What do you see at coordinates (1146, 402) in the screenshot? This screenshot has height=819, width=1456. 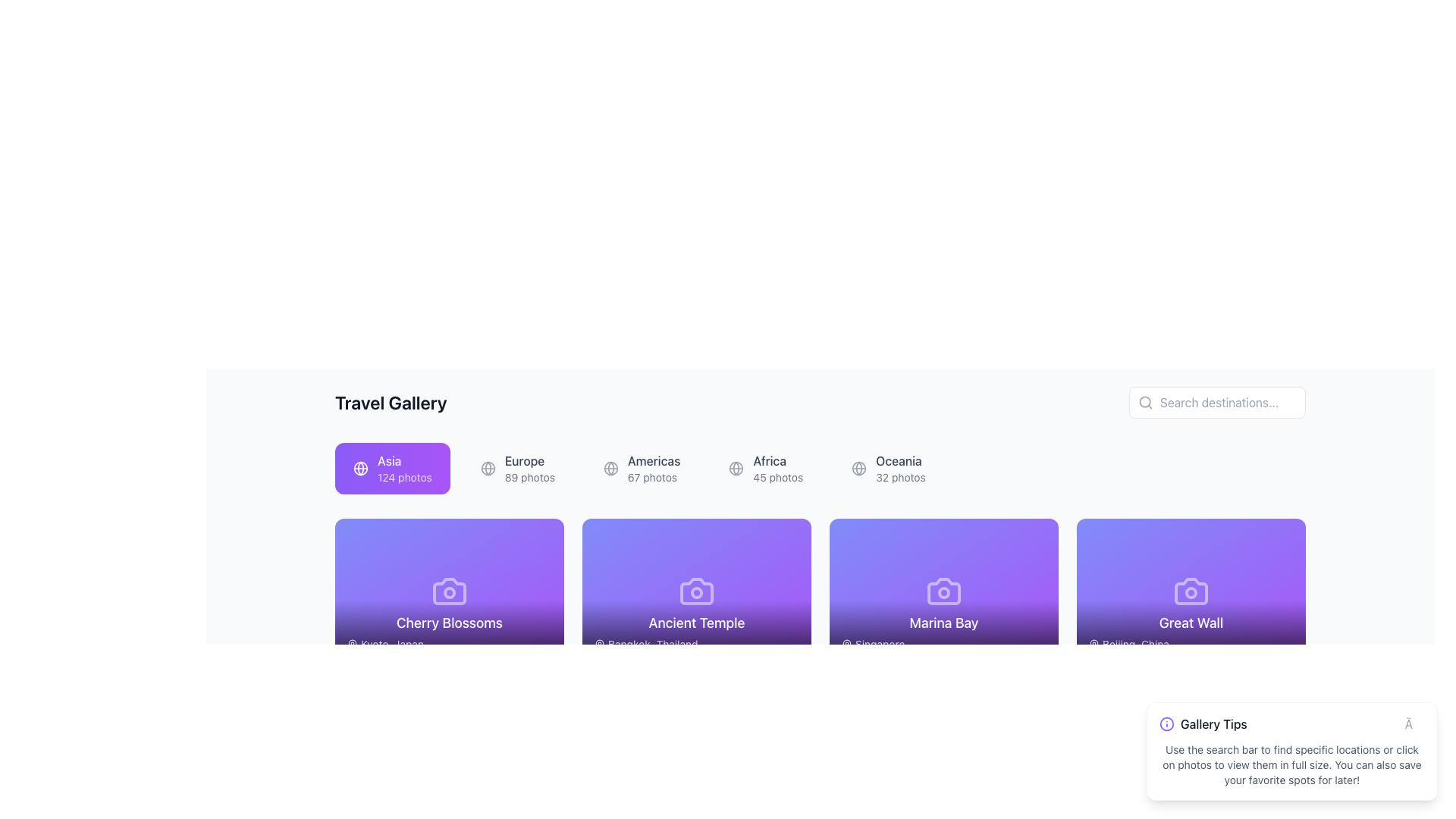 I see `the search icon represented as a magnifying glass located in the top-right corner of the search bar, which serves as a visual cue for search functionality` at bounding box center [1146, 402].